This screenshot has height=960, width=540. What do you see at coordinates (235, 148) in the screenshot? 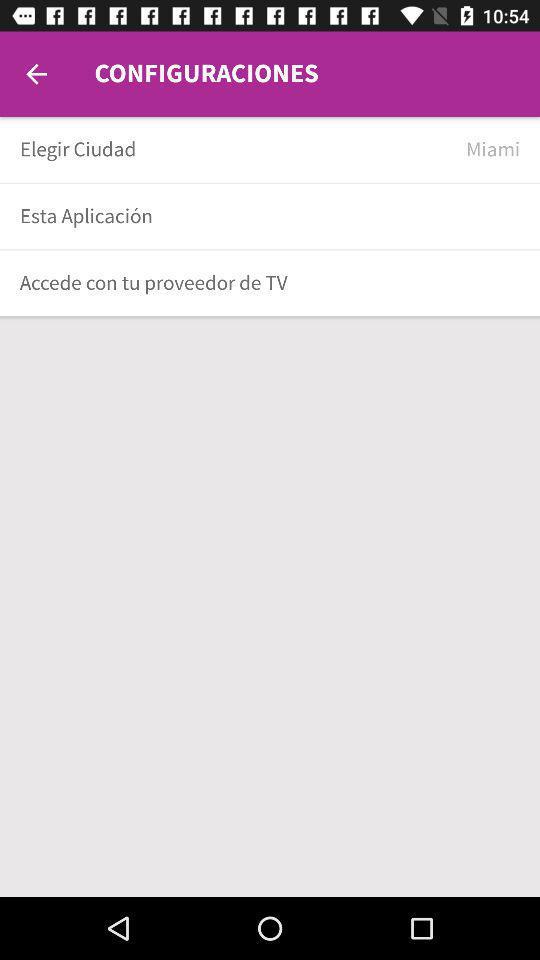
I see `the item to the left of miami icon` at bounding box center [235, 148].